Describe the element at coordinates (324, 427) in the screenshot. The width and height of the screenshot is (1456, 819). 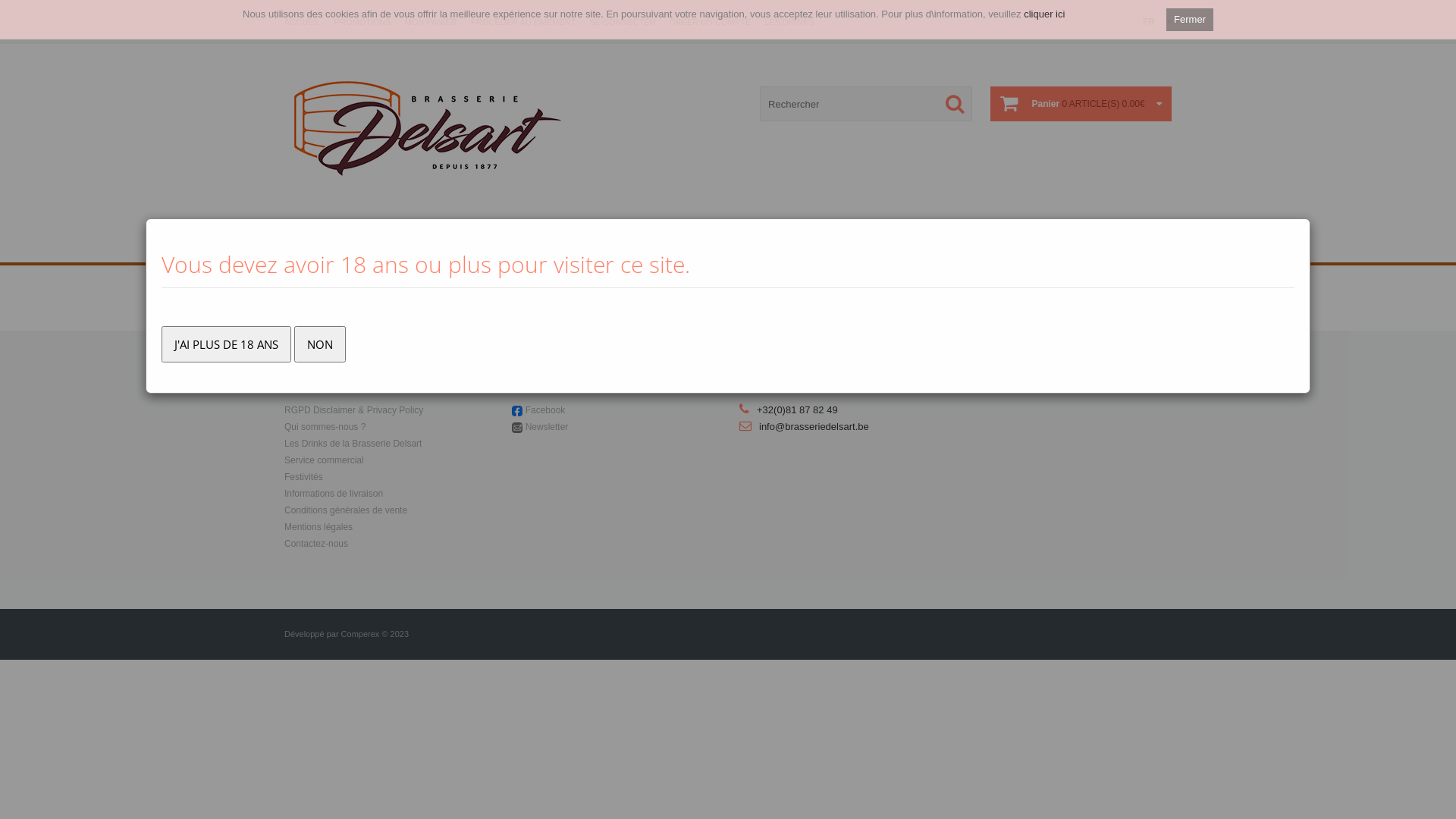
I see `'Qui sommes-nous ?'` at that location.